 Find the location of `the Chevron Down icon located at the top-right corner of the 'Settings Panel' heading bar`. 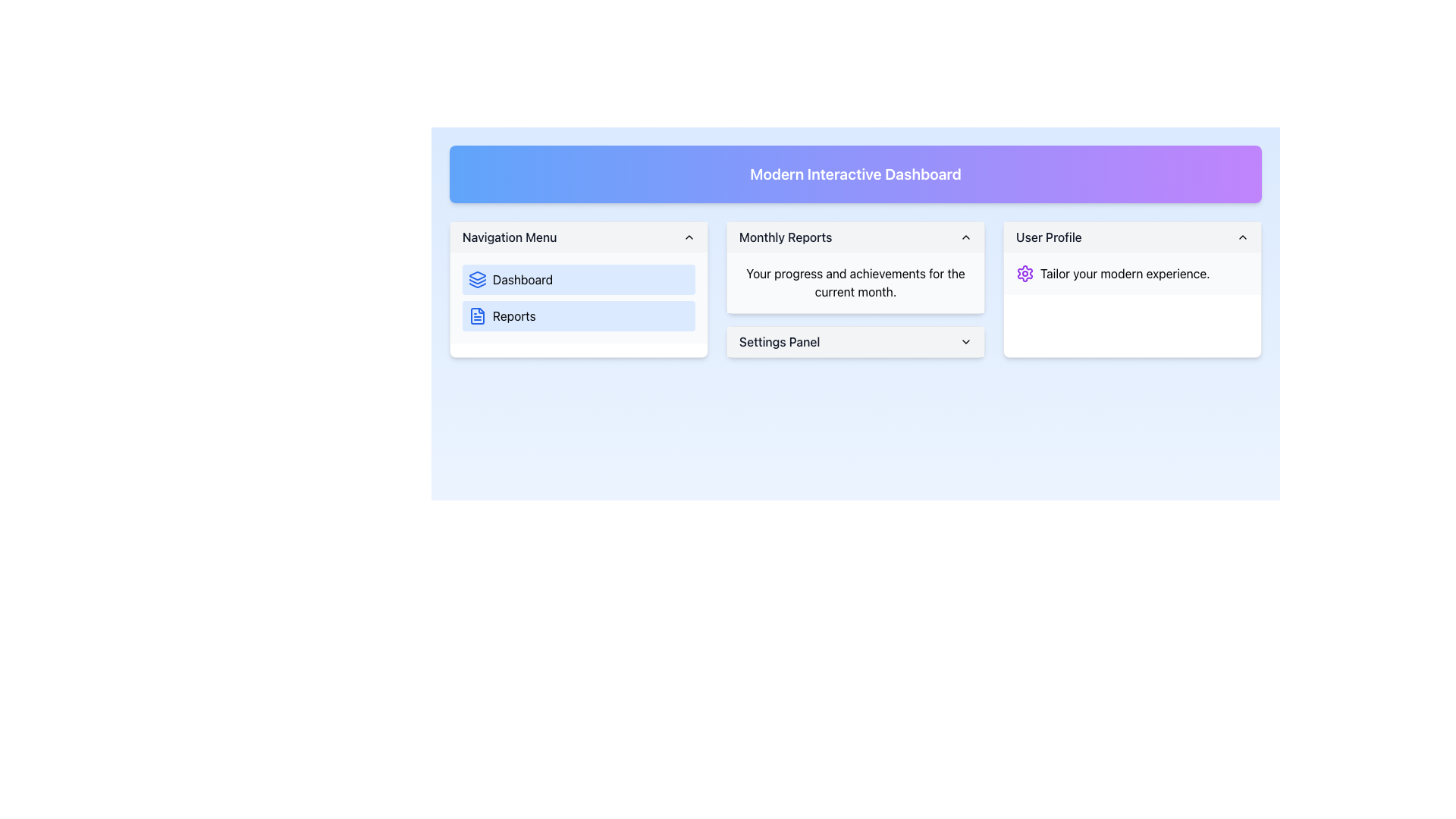

the Chevron Down icon located at the top-right corner of the 'Settings Panel' heading bar is located at coordinates (965, 342).